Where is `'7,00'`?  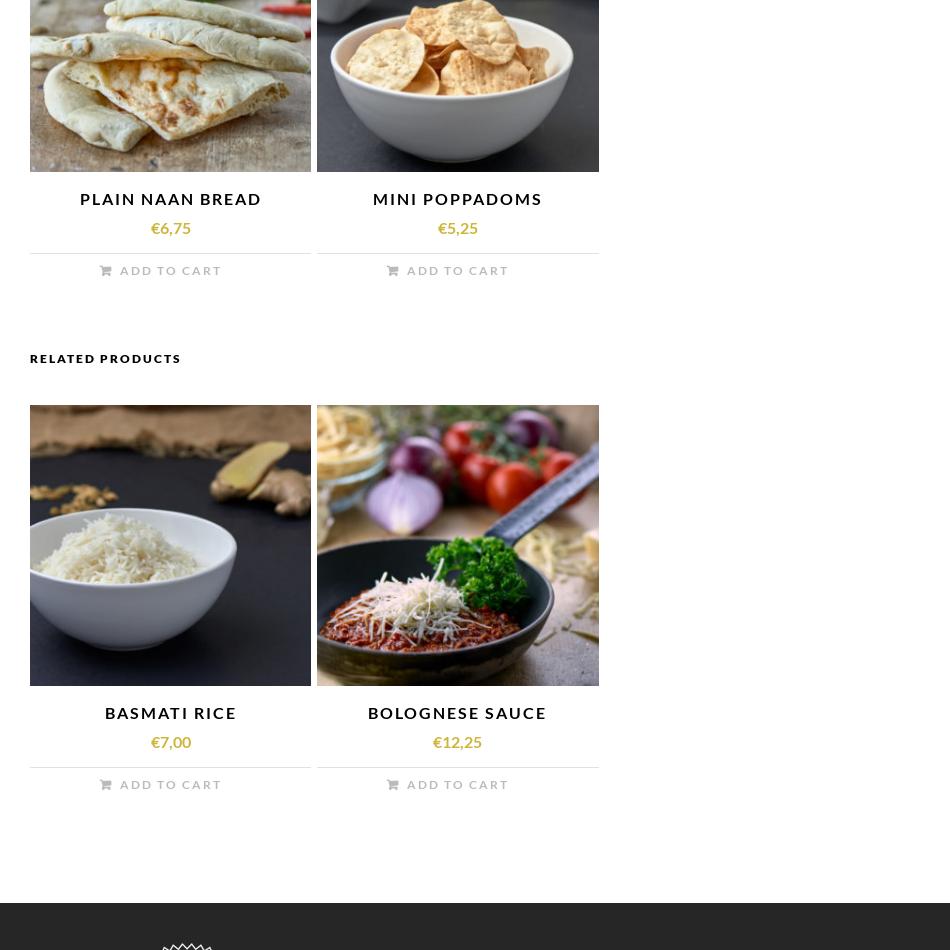 '7,00' is located at coordinates (159, 740).